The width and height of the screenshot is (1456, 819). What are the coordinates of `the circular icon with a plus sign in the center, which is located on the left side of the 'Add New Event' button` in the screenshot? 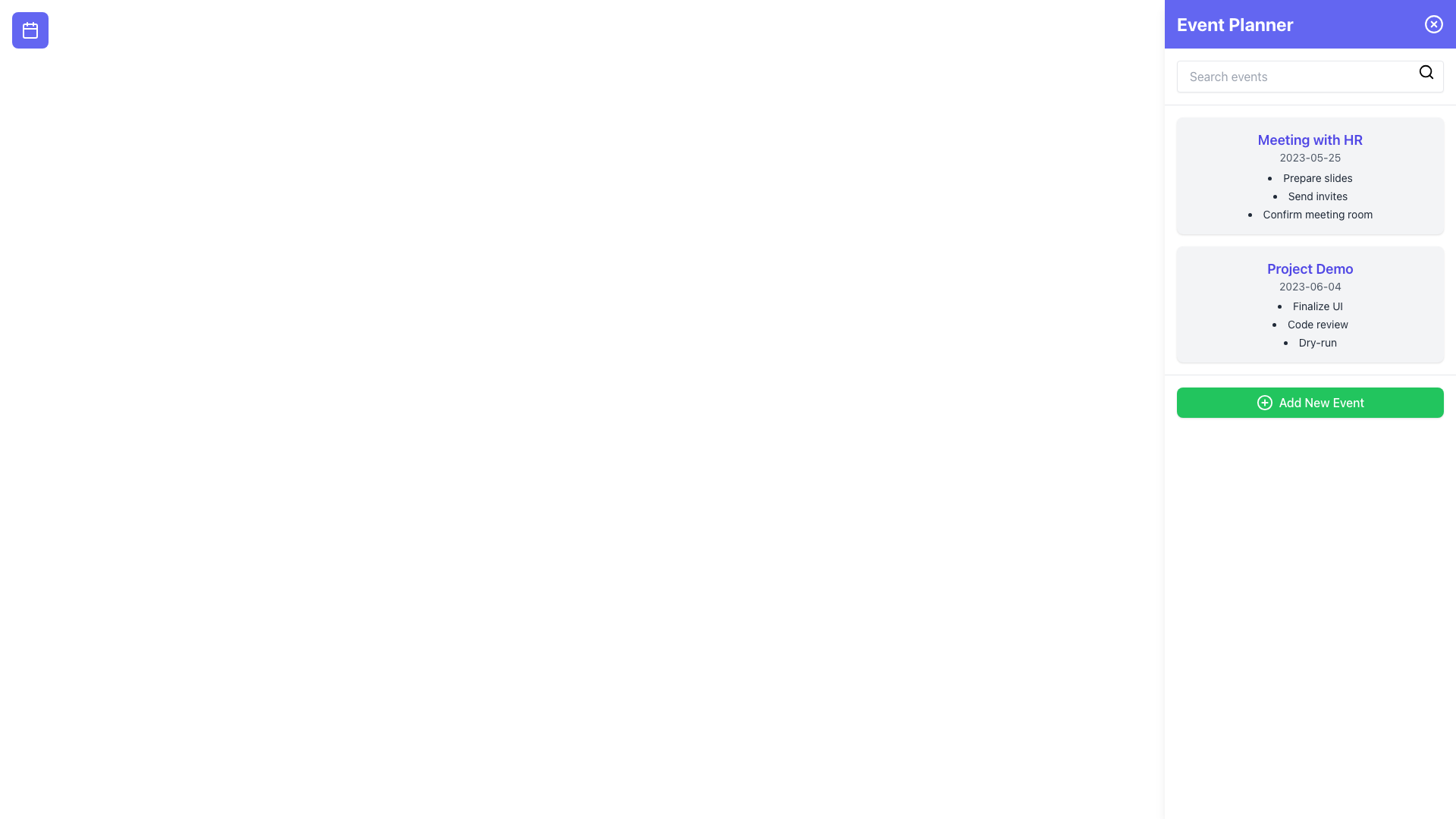 It's located at (1264, 402).